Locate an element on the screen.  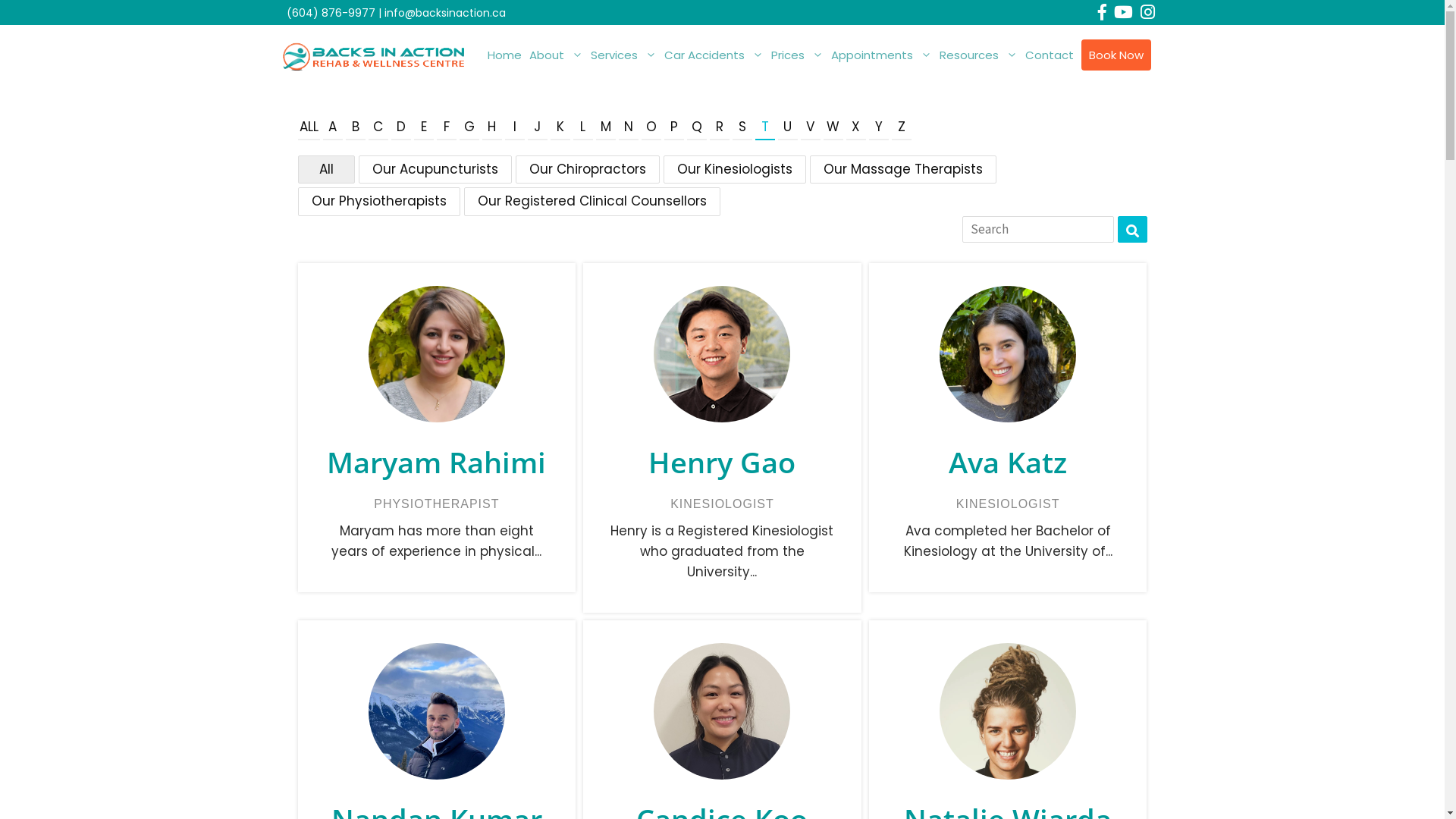
'B' is located at coordinates (355, 127).